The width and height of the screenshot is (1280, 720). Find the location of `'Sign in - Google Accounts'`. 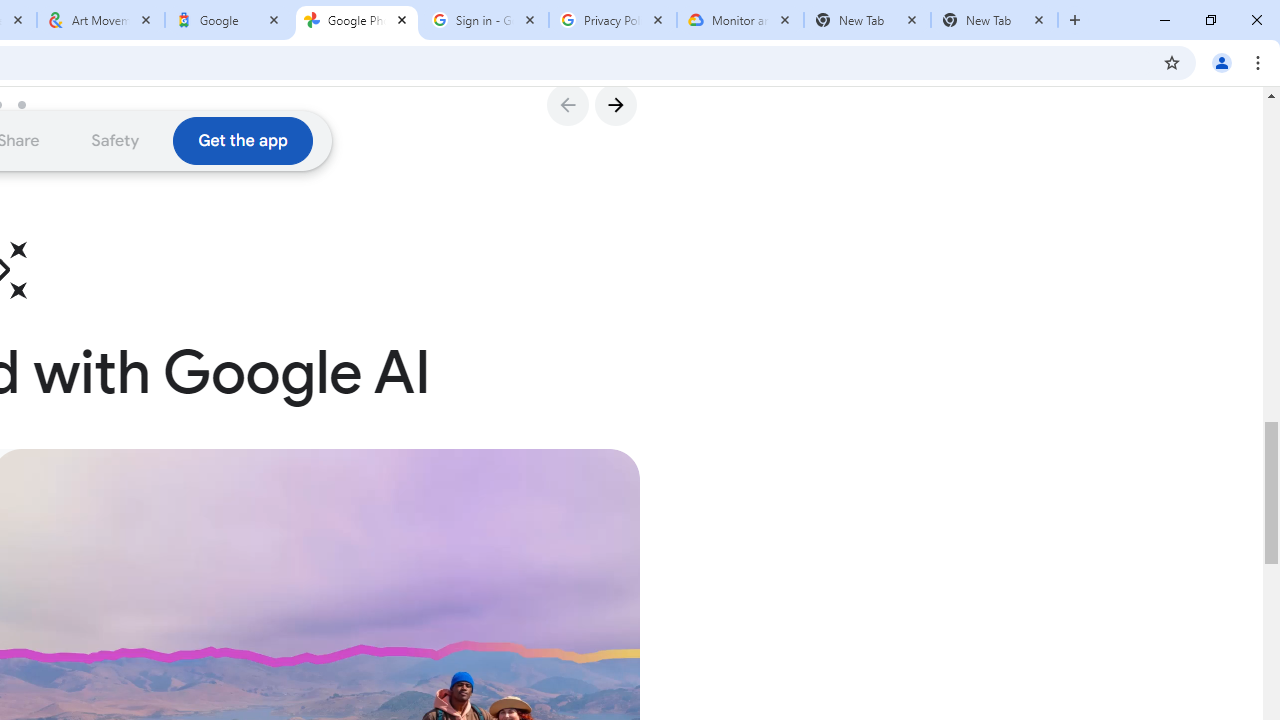

'Sign in - Google Accounts' is located at coordinates (485, 20).